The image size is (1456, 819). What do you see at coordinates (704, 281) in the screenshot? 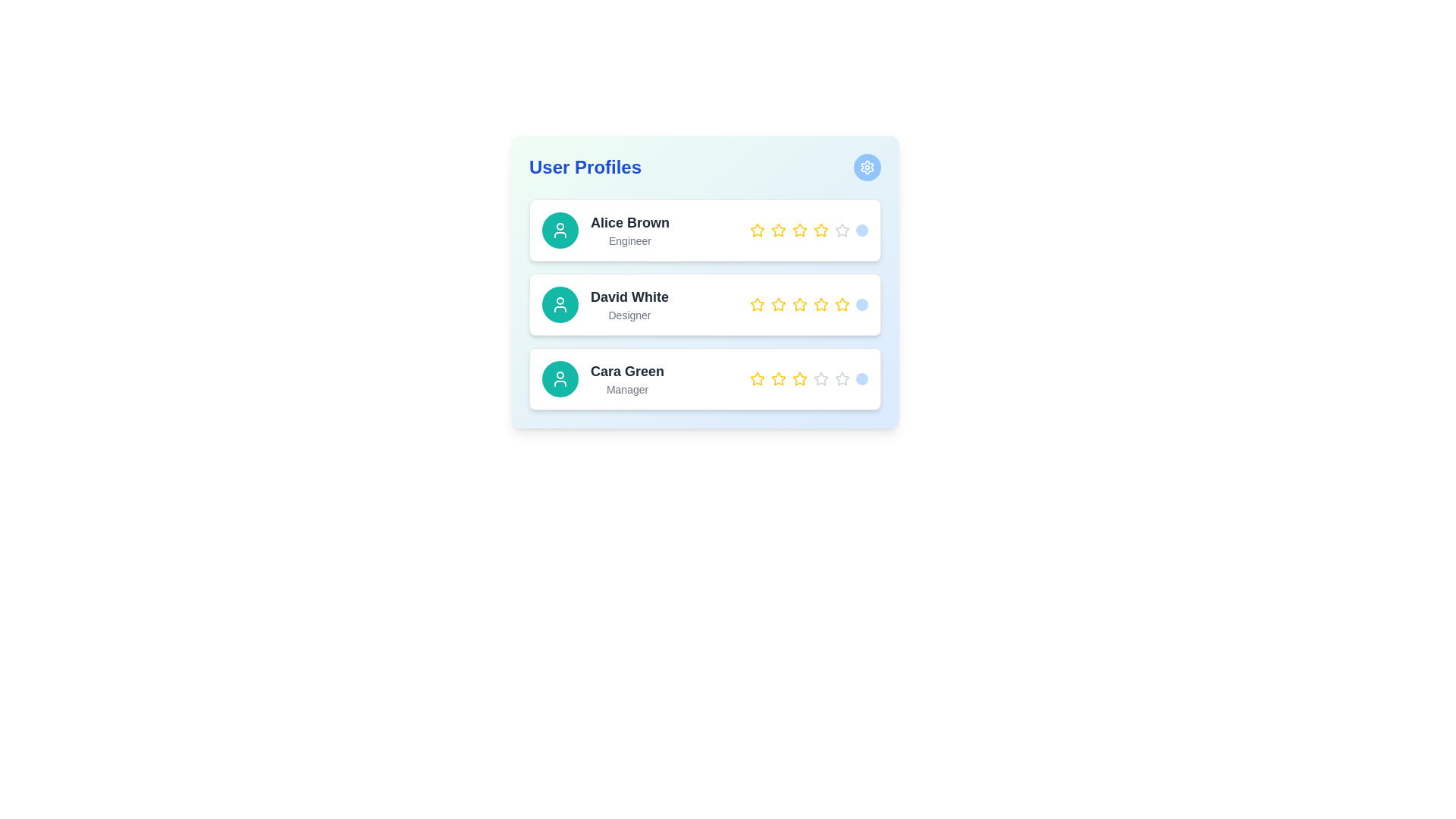
I see `the interactive star rating system for 'David White'` at bounding box center [704, 281].